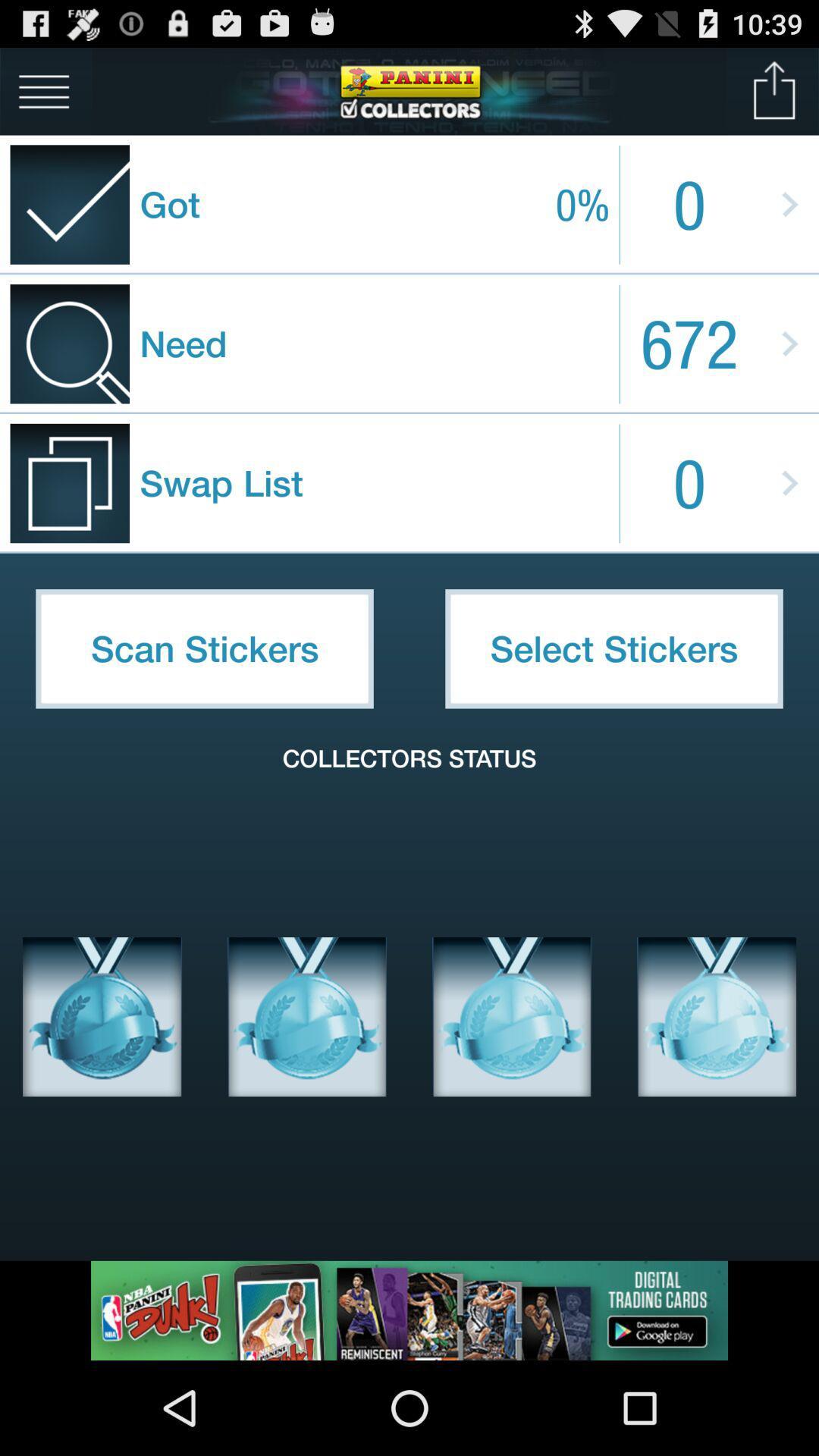 The height and width of the screenshot is (1456, 819). I want to click on the menu icon, so click(43, 96).